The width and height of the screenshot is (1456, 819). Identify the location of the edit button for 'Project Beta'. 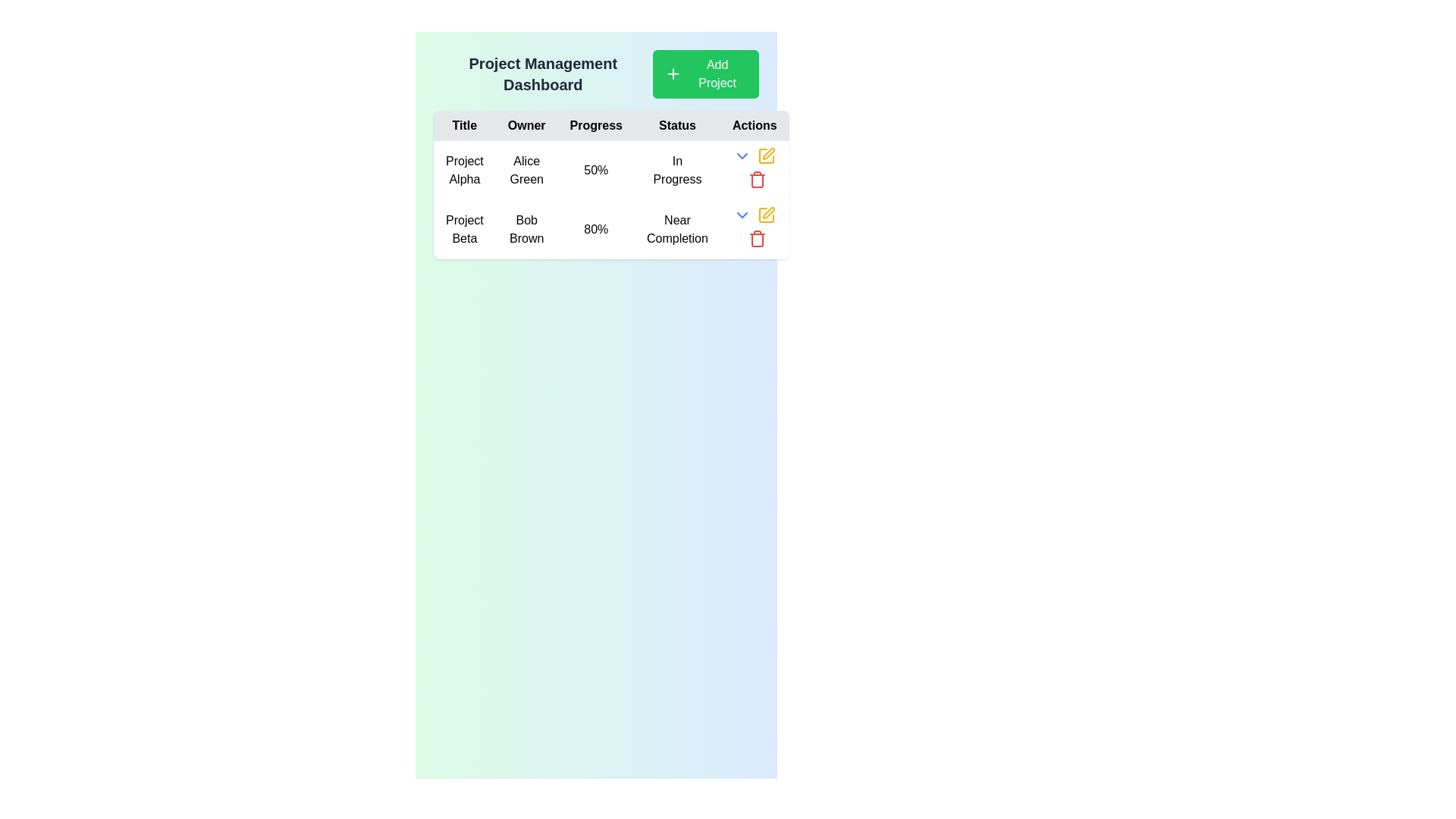
(767, 215).